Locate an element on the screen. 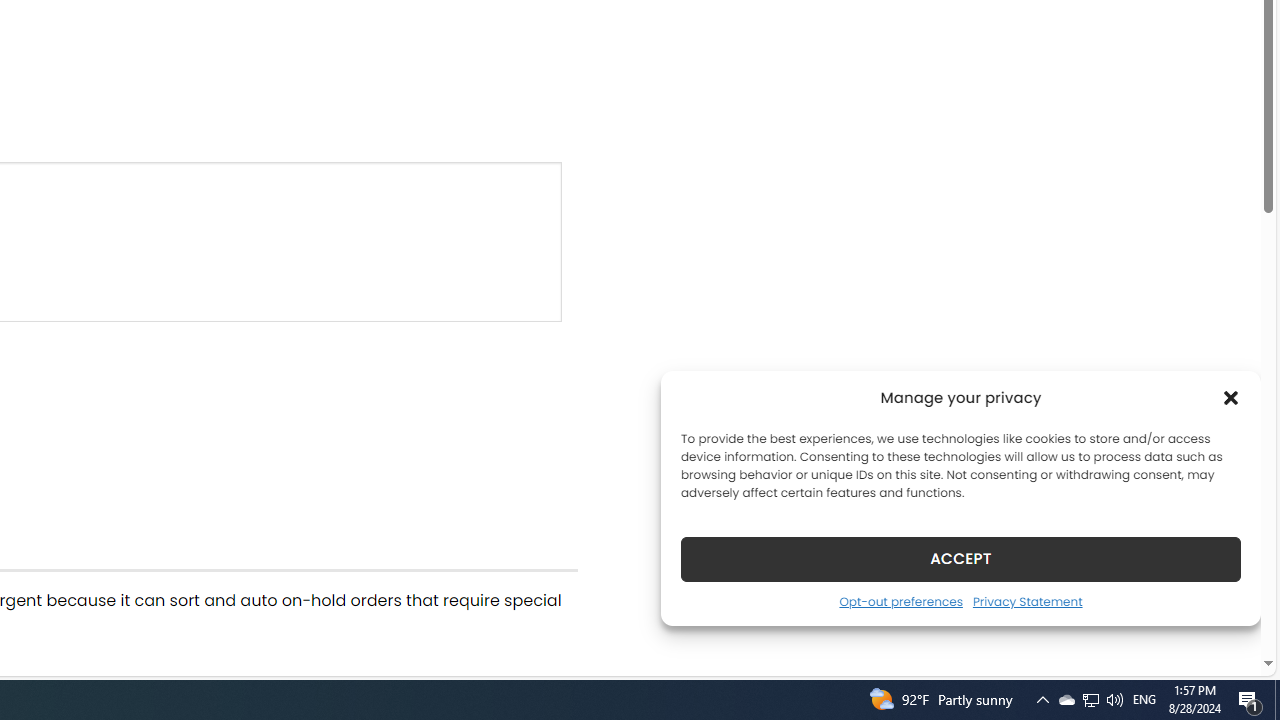 The image size is (1280, 720). 'Class: cmplz-close' is located at coordinates (1230, 397).